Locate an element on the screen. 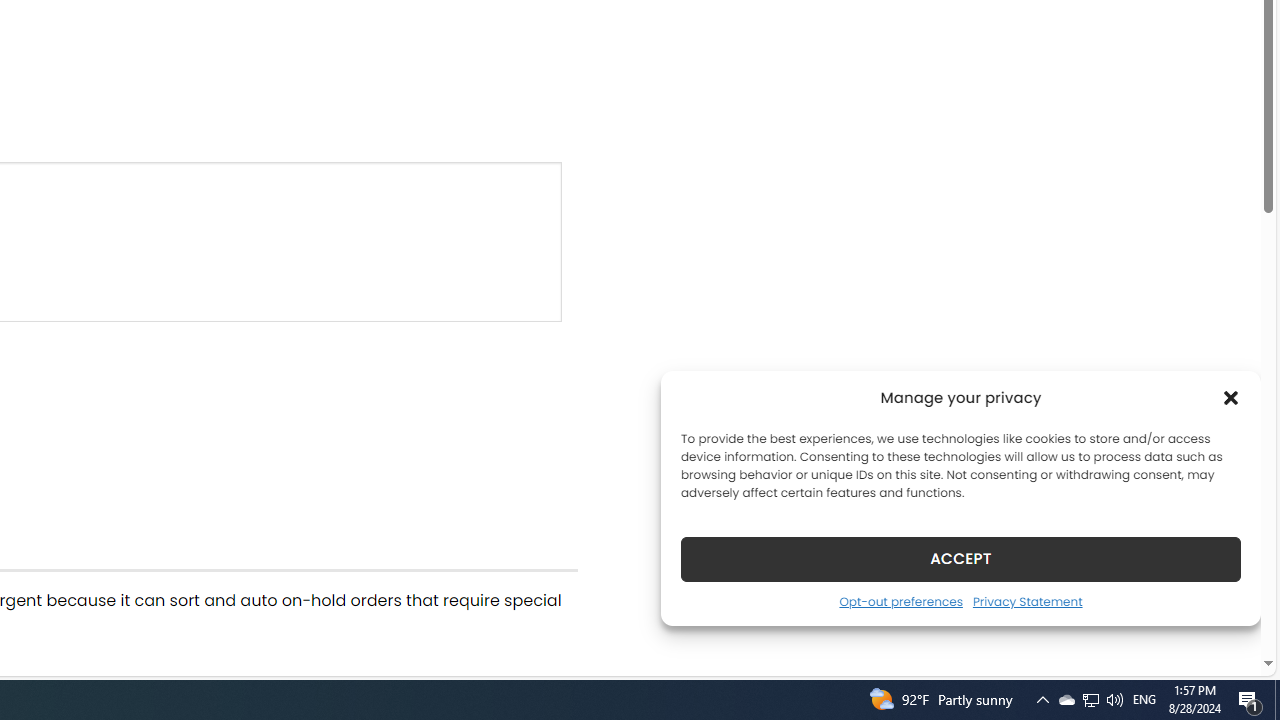 The image size is (1280, 720). 'Class: cmplz-close' is located at coordinates (1230, 397).